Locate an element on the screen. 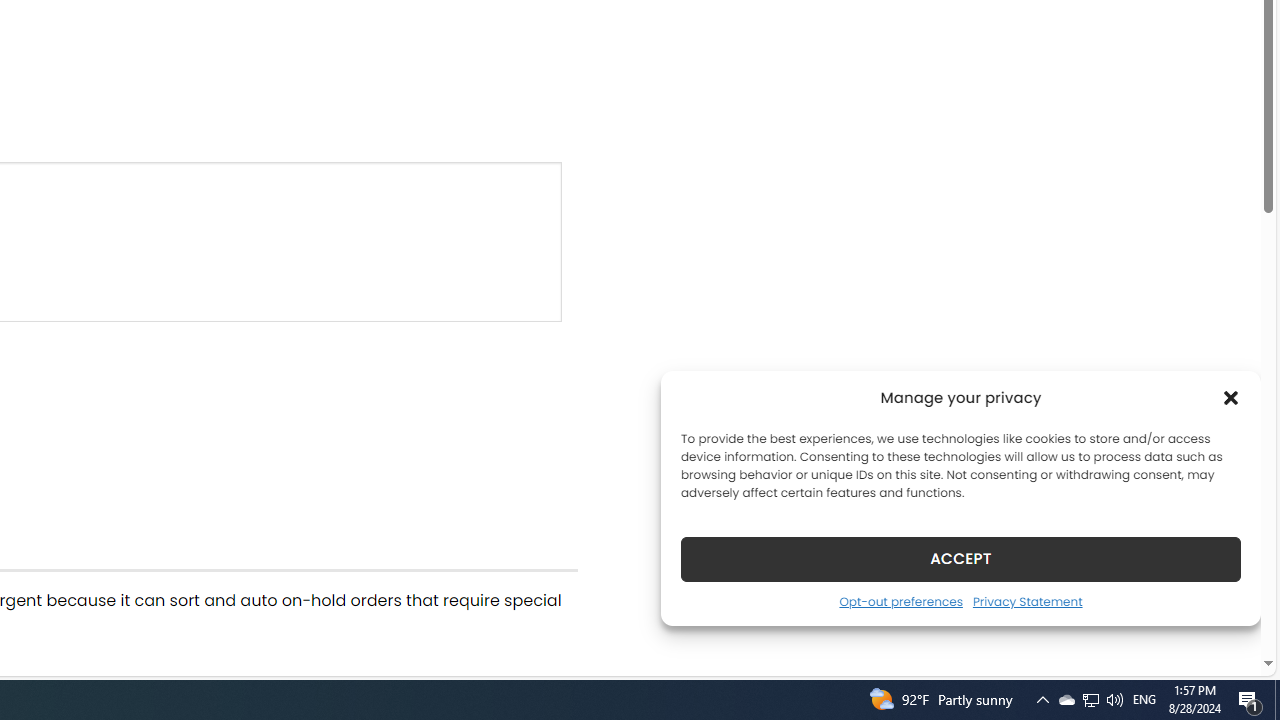 The image size is (1280, 720). 'Class: cmplz-close' is located at coordinates (1230, 397).